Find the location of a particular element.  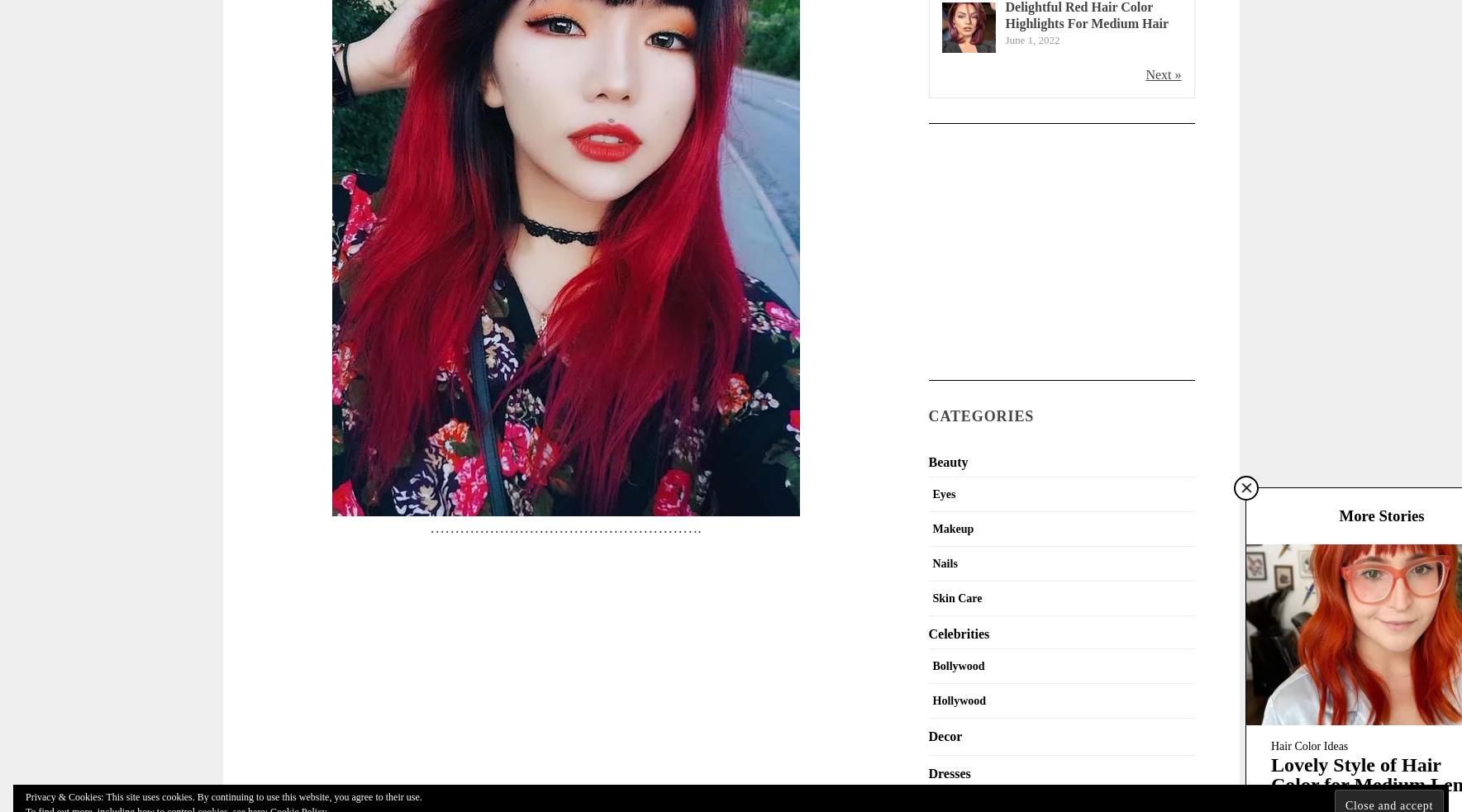

'Skin Care' is located at coordinates (955, 596).